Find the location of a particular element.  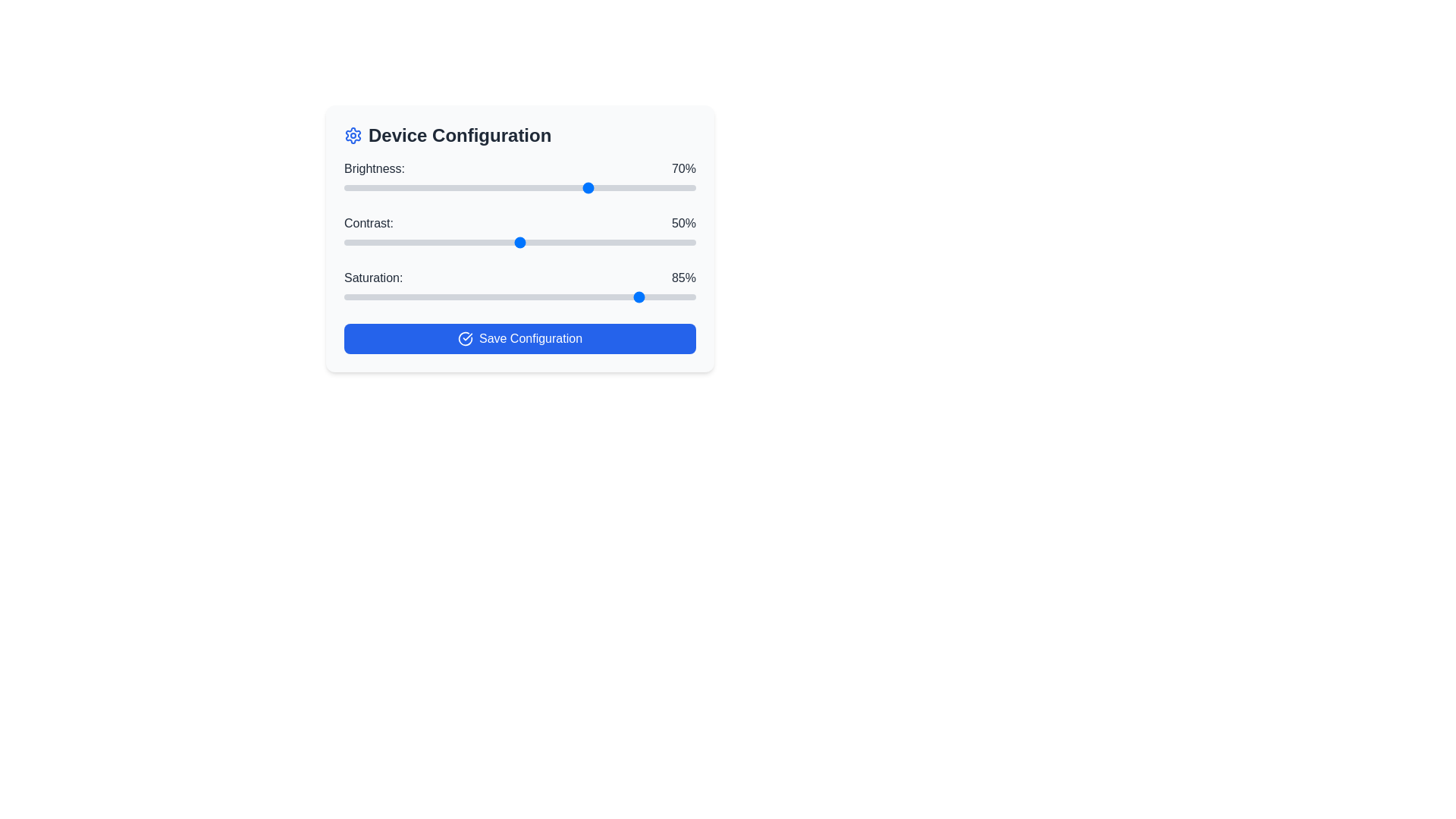

the sliders in the Panel with interactive controls to change values is located at coordinates (520, 239).